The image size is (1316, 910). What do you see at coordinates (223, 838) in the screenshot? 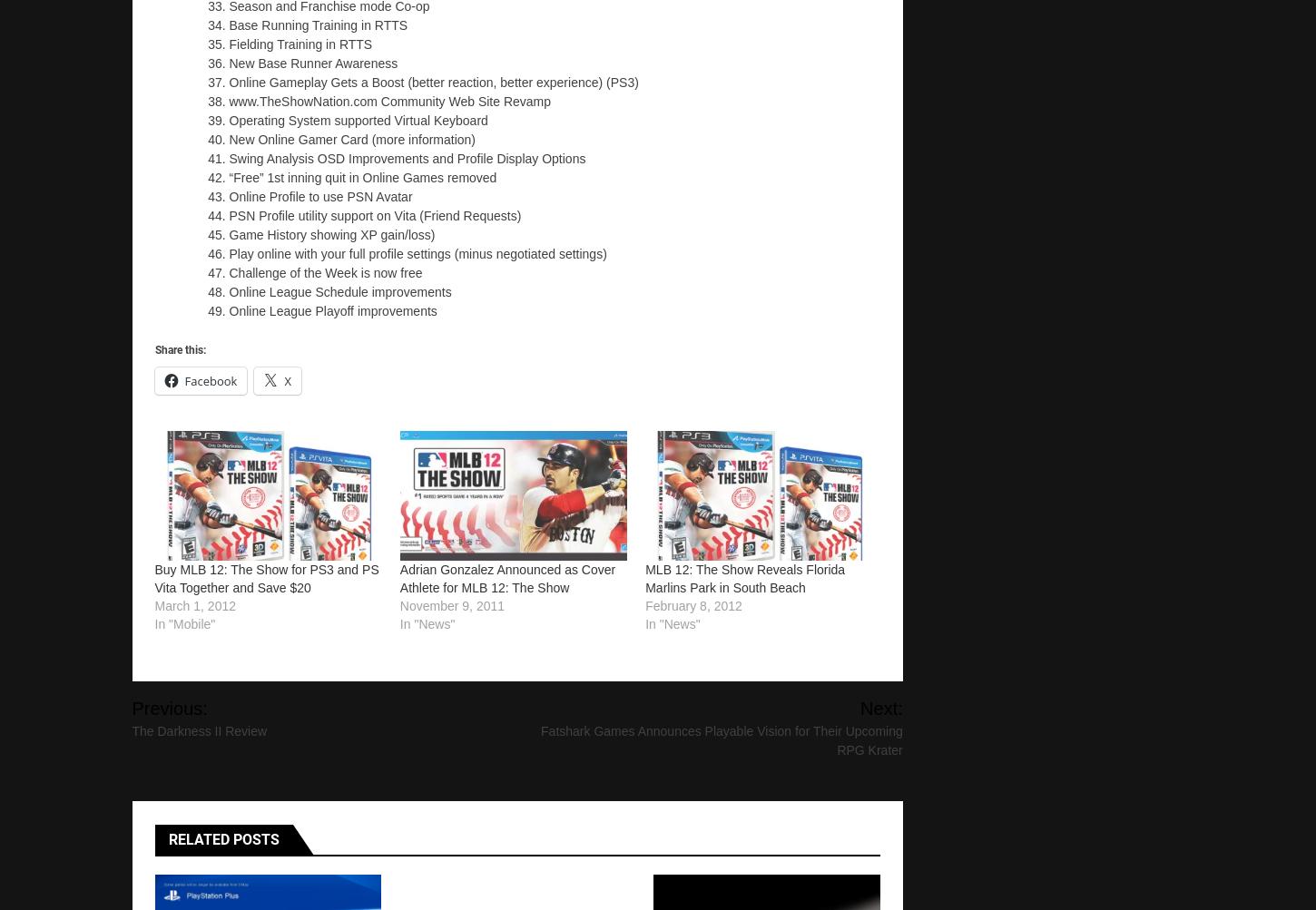
I see `'Related Posts'` at bounding box center [223, 838].